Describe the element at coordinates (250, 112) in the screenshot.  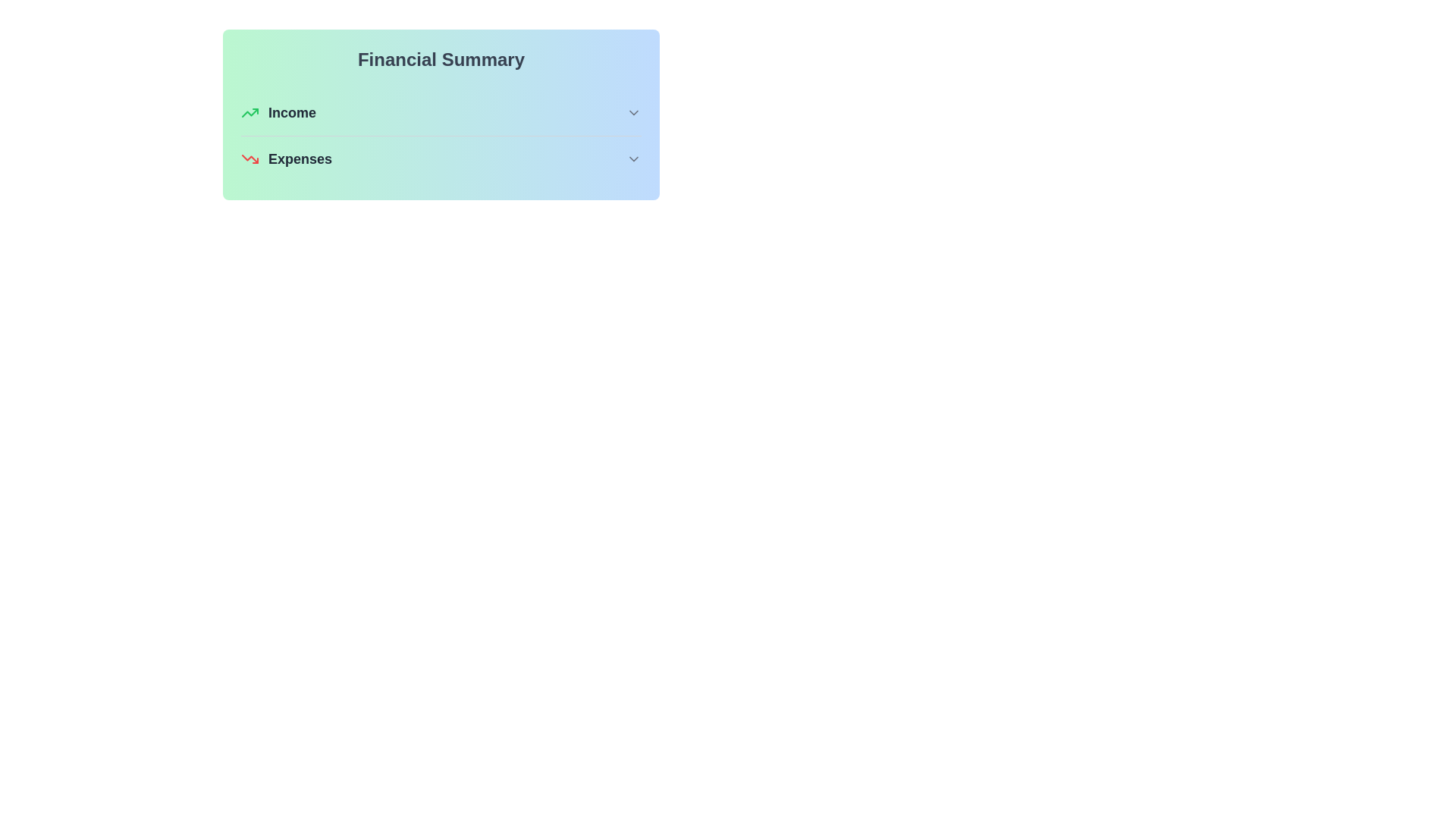
I see `the green upward trending arrow icon located to the left of the 'Income' label in the 'Financial Summary' panel` at that location.